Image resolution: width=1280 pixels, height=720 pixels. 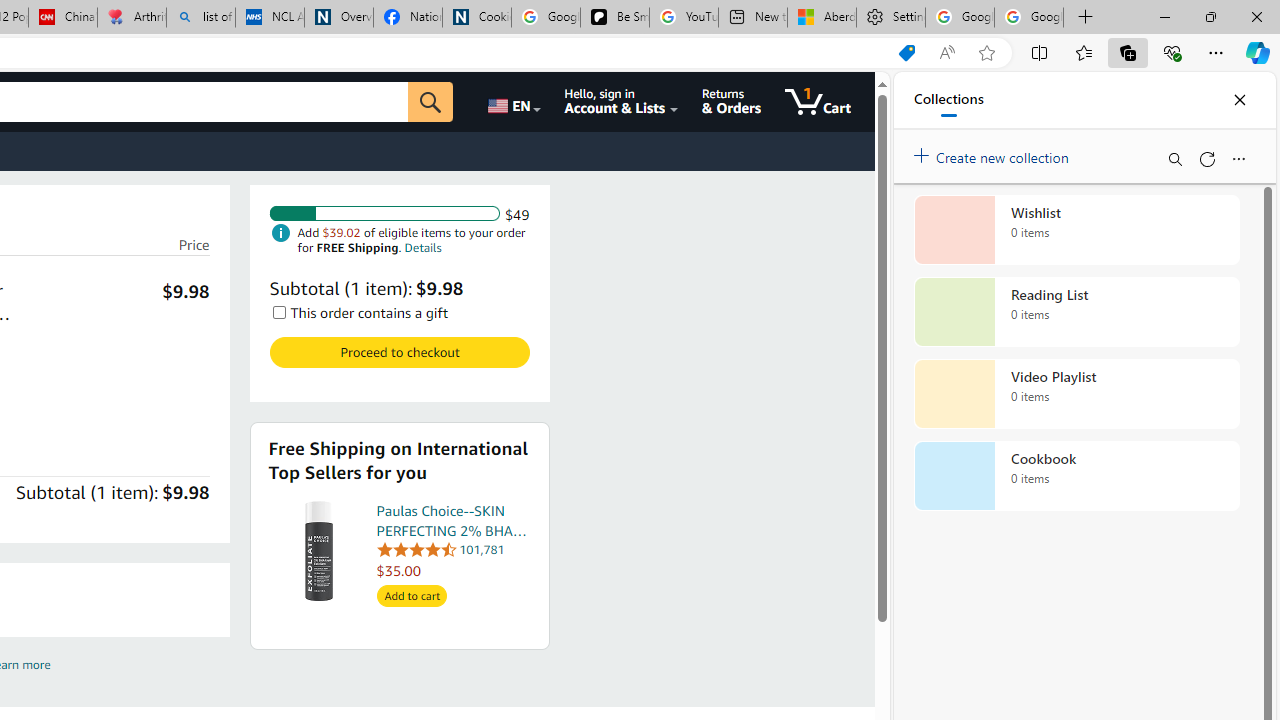 What do you see at coordinates (1076, 394) in the screenshot?
I see `'Video Playlist collection, 0 items'` at bounding box center [1076, 394].